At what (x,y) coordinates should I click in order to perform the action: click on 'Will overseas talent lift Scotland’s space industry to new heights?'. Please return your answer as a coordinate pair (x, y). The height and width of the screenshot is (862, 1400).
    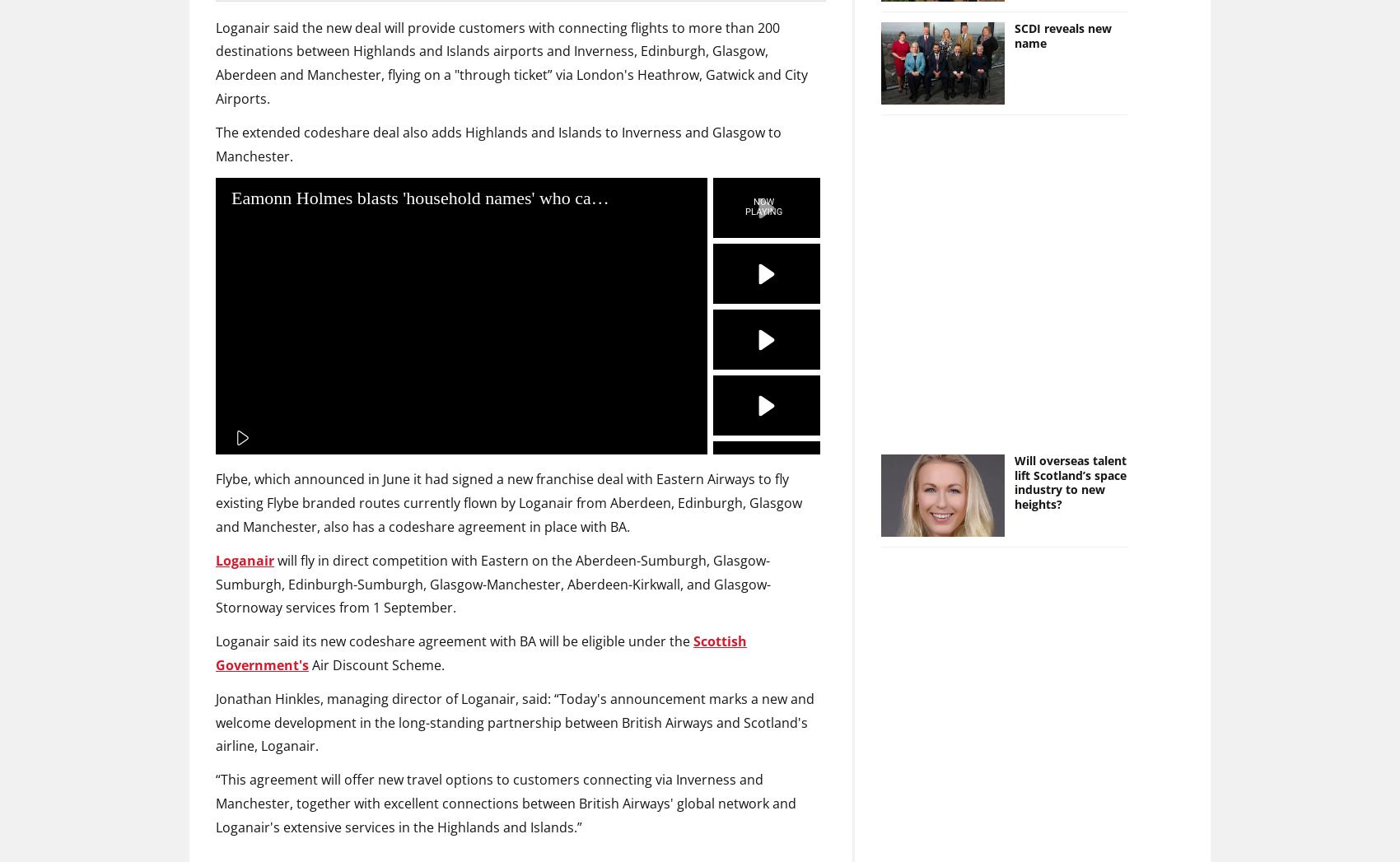
    Looking at the image, I should click on (1069, 482).